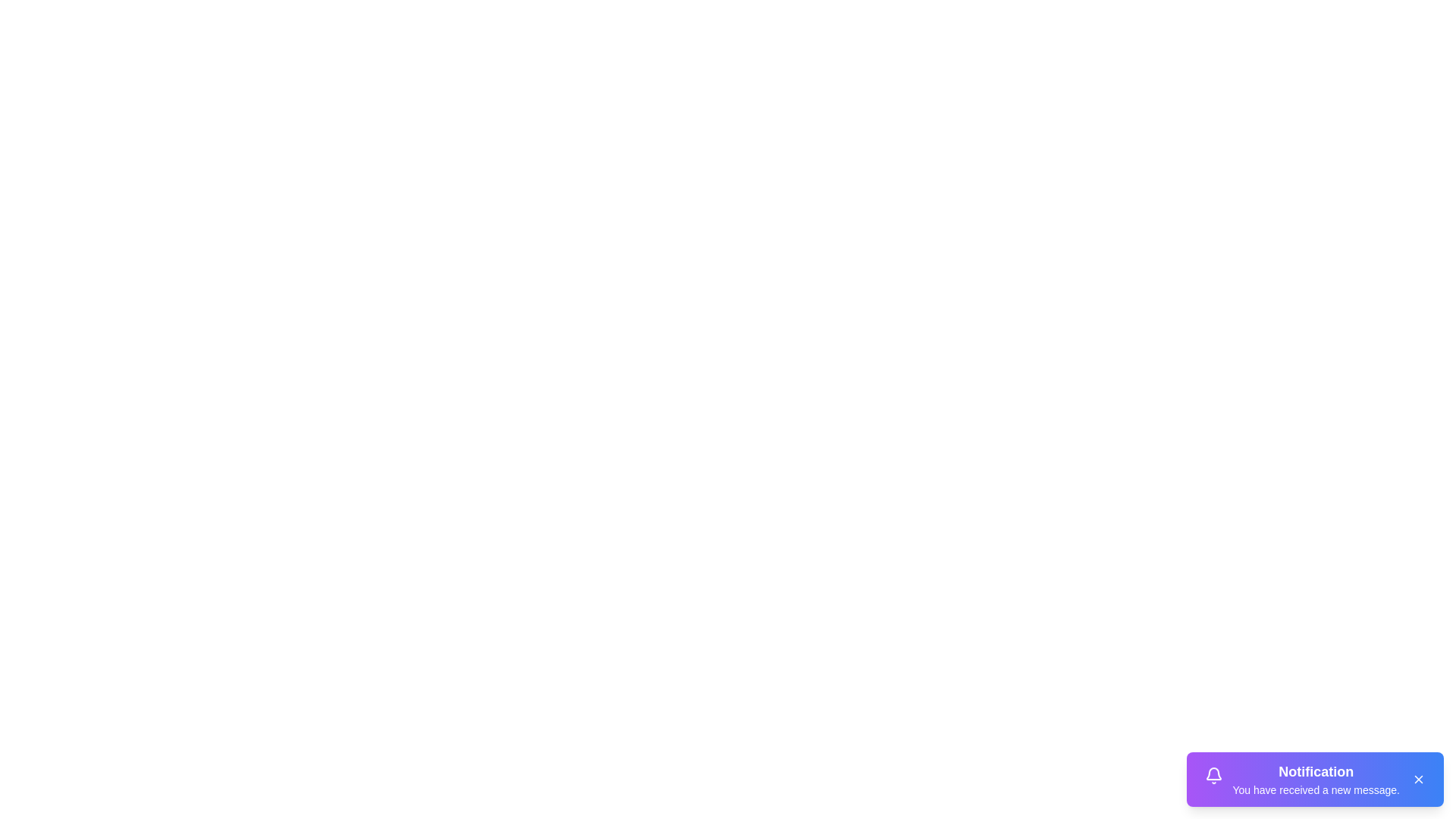 The height and width of the screenshot is (819, 1456). Describe the element at coordinates (1418, 780) in the screenshot. I see `the close button to dismiss the notification` at that location.